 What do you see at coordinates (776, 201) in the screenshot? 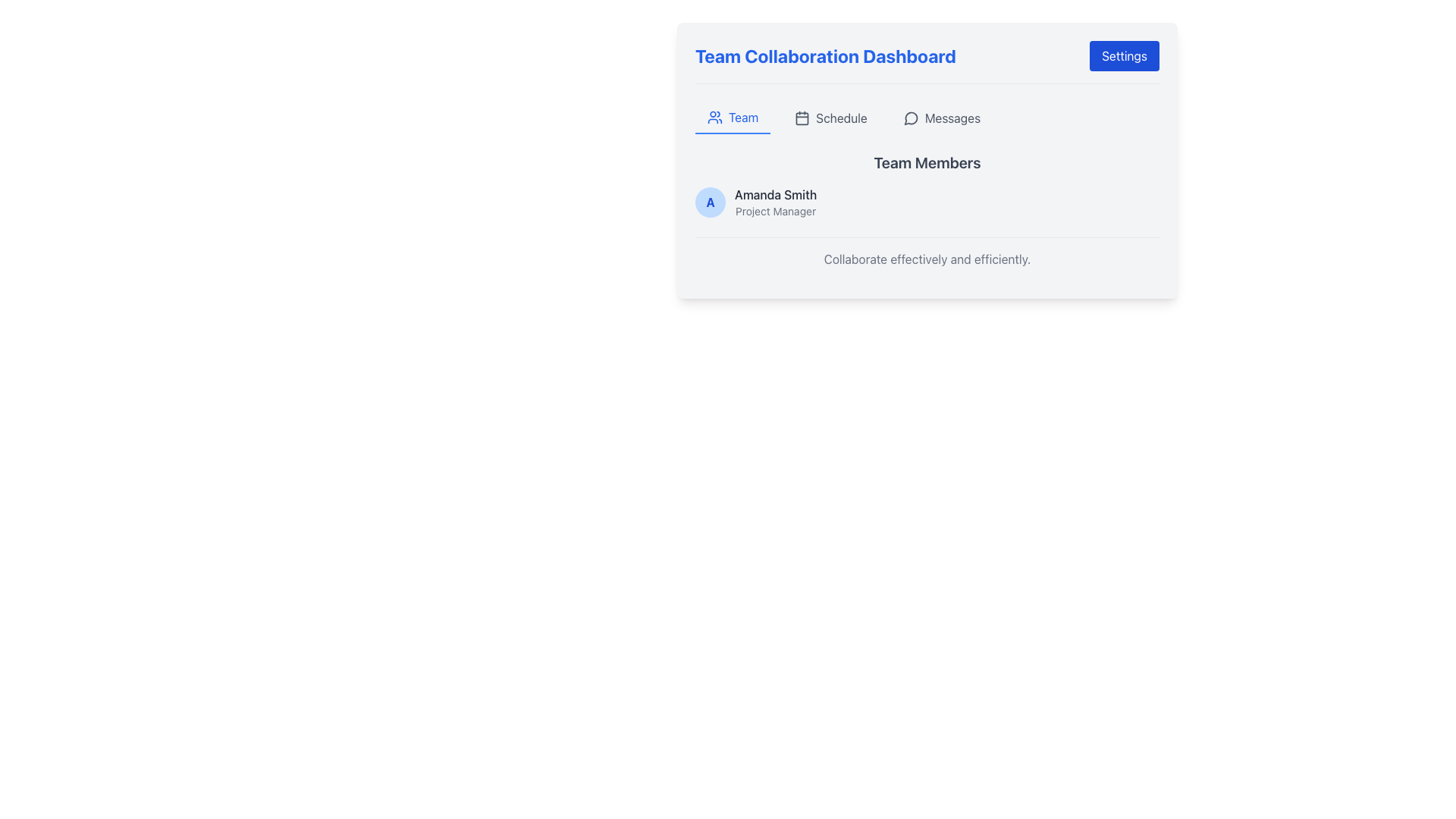
I see `the text component displaying the information about the first team member, who has the letter 'A' in their circular avatar` at bounding box center [776, 201].